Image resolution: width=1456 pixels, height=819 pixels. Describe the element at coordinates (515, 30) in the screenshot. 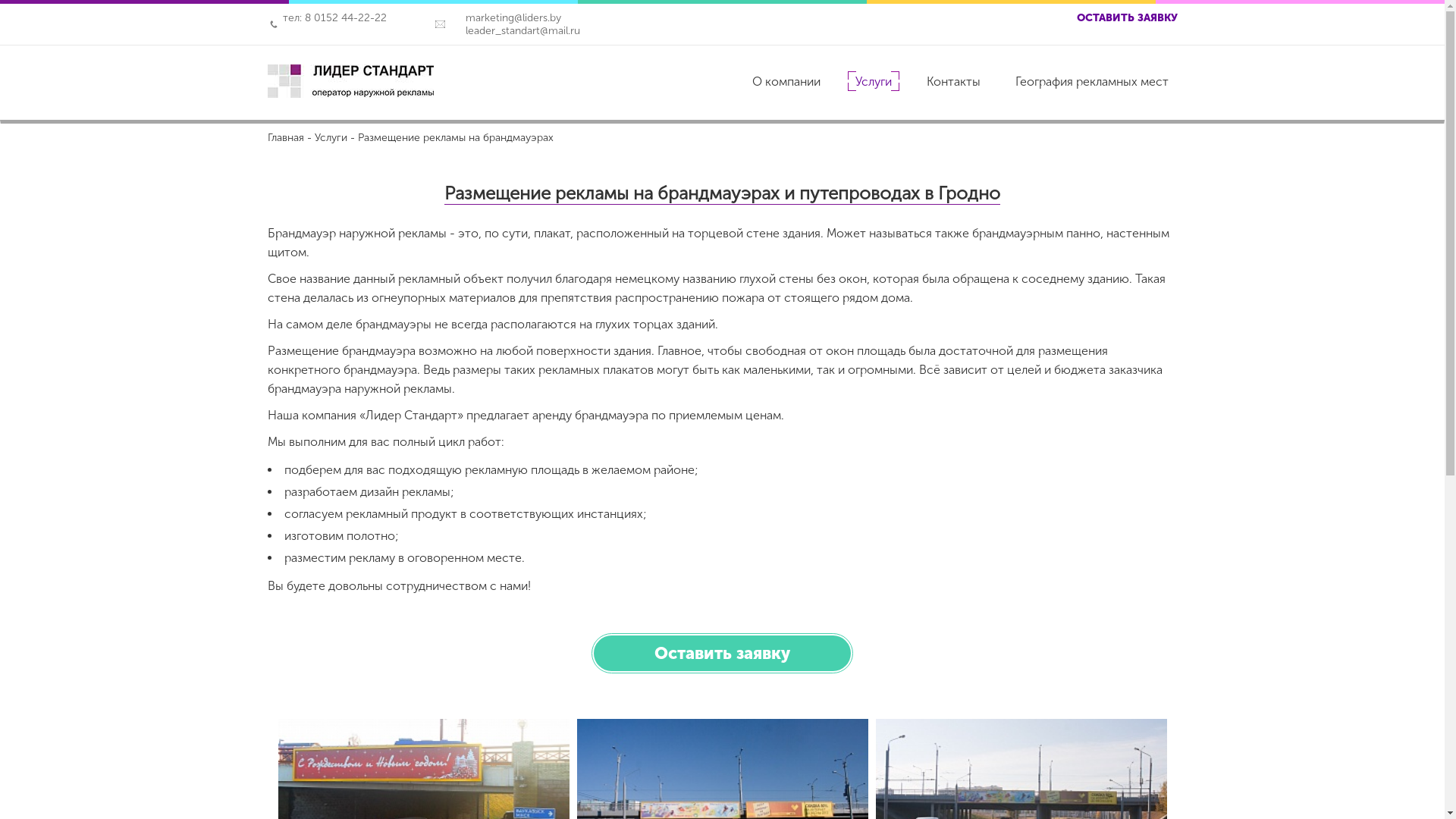

I see `'leader_standart@mail.ru'` at that location.